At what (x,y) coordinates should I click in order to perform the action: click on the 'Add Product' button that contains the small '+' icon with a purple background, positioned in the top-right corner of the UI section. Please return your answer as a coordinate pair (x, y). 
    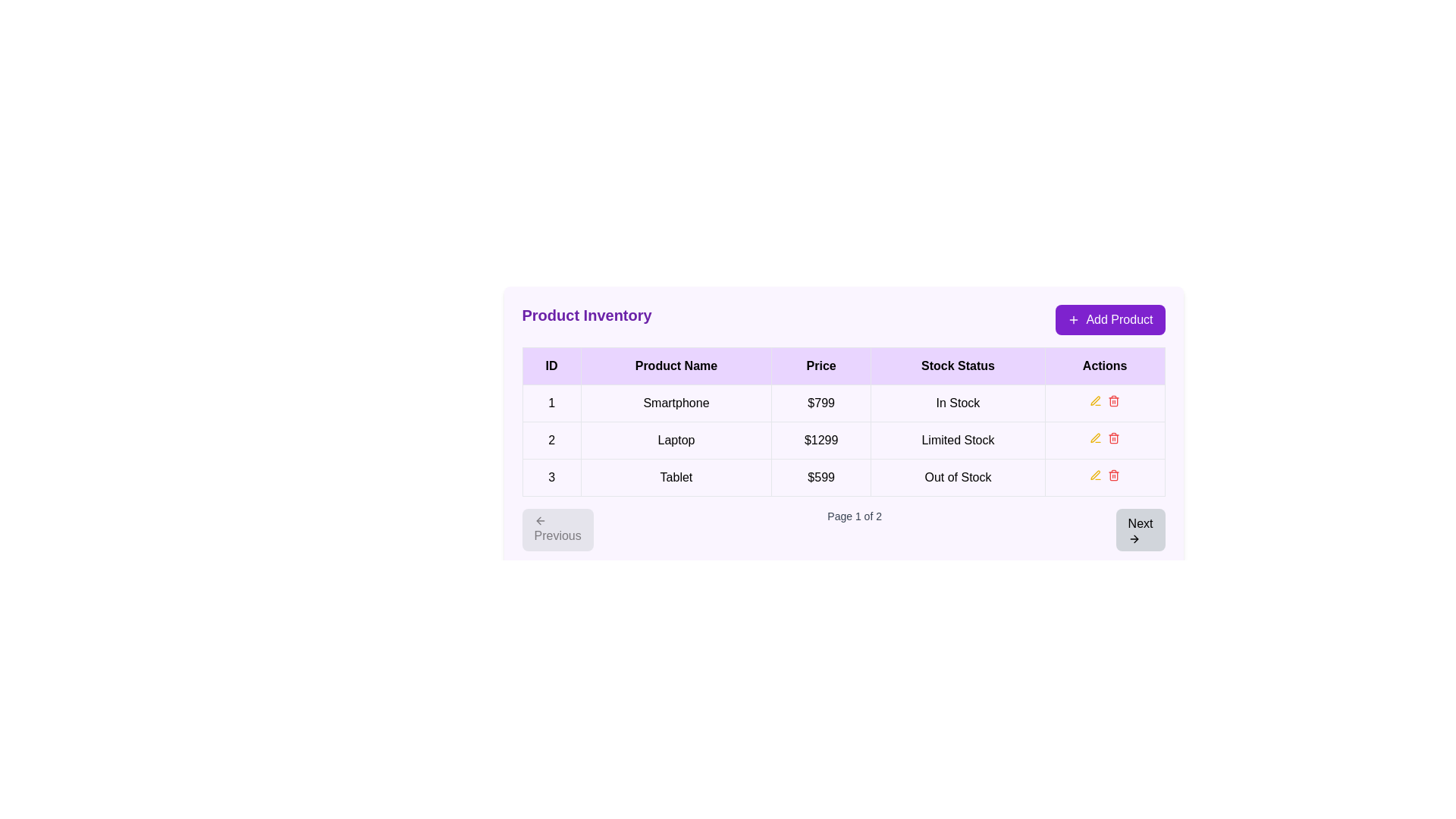
    Looking at the image, I should click on (1073, 318).